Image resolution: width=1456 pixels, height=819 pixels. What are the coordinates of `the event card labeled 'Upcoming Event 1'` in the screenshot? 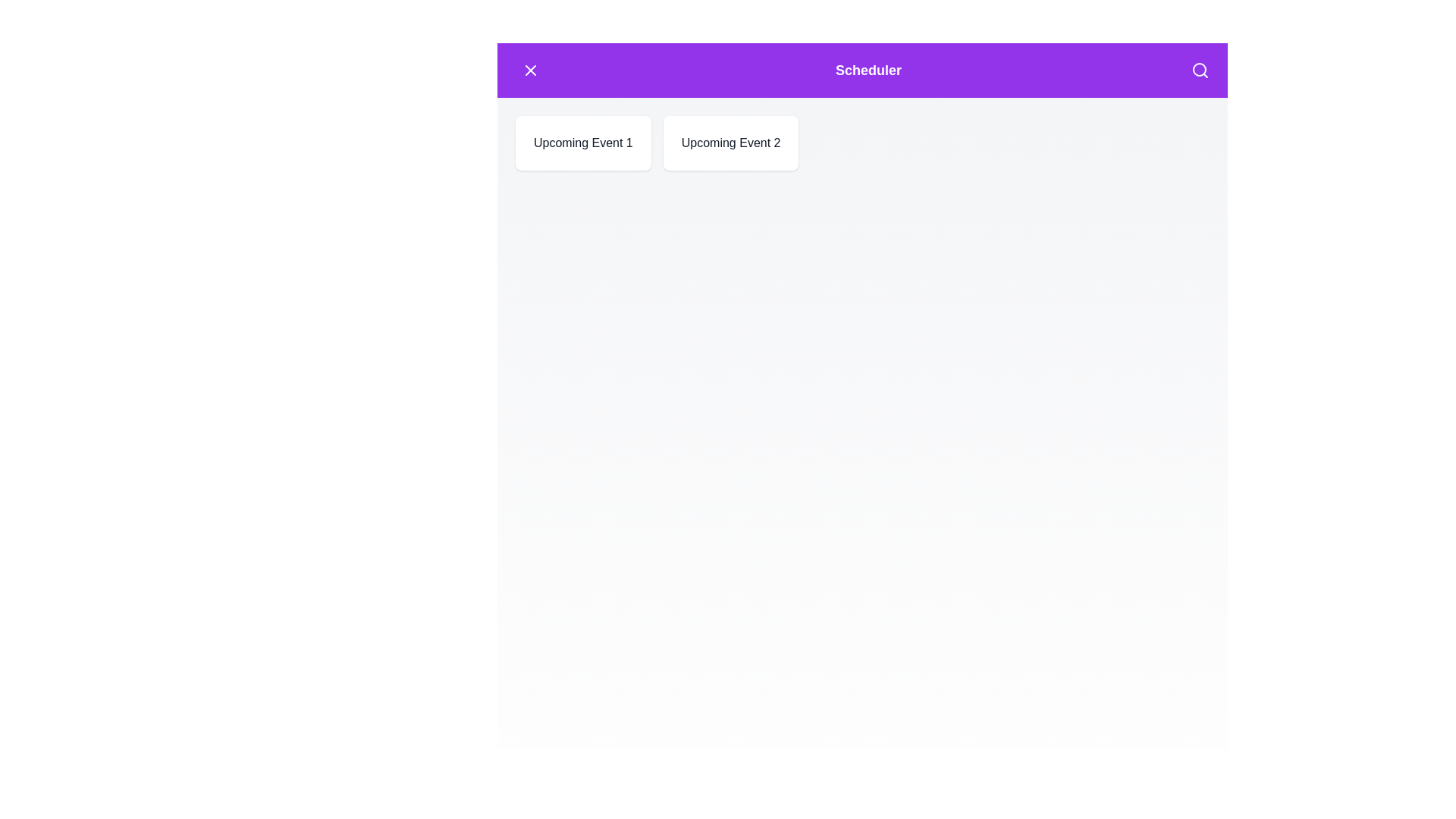 It's located at (582, 143).